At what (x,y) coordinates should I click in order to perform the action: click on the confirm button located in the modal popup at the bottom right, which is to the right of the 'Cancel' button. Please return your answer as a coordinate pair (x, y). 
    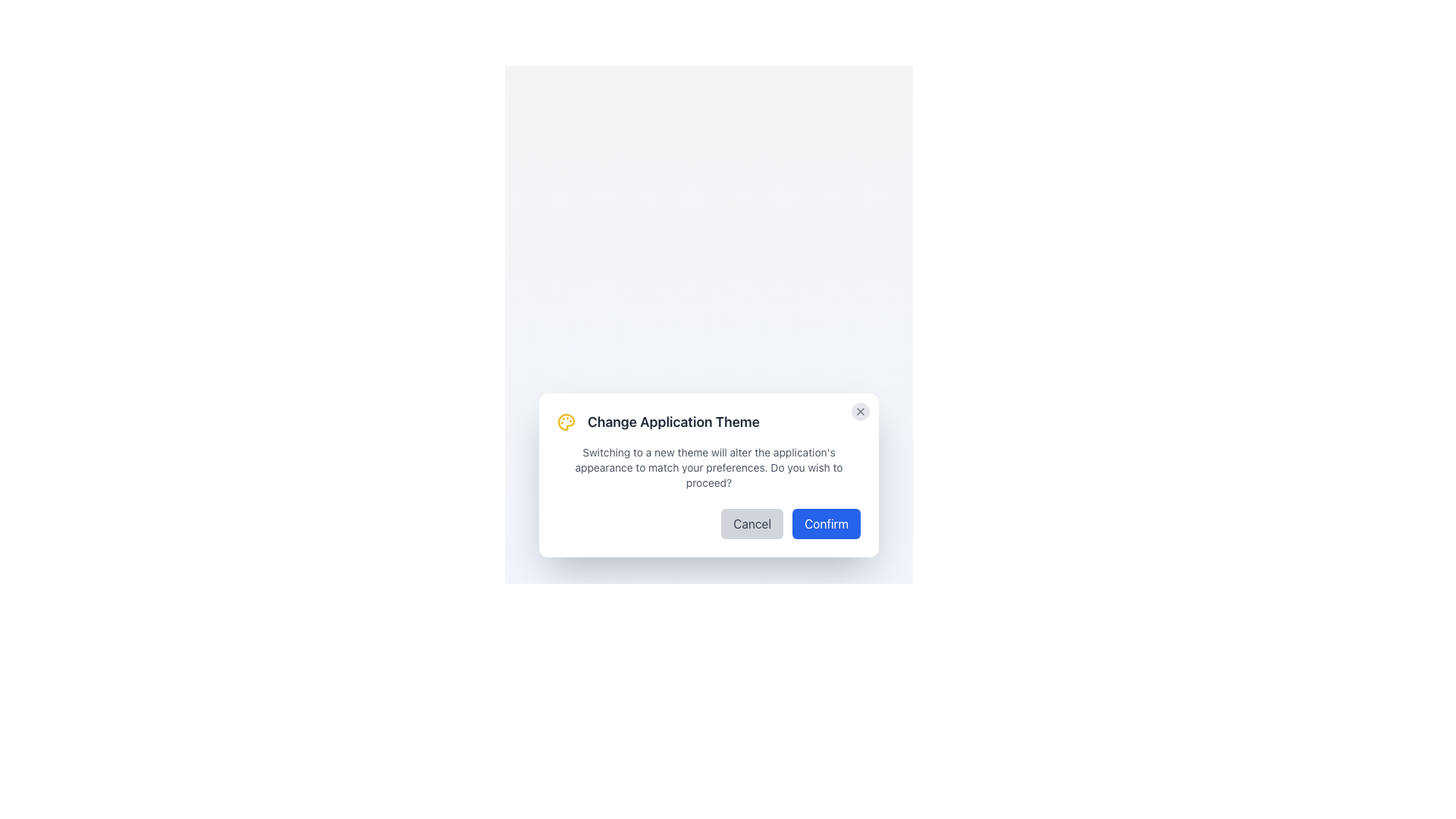
    Looking at the image, I should click on (825, 522).